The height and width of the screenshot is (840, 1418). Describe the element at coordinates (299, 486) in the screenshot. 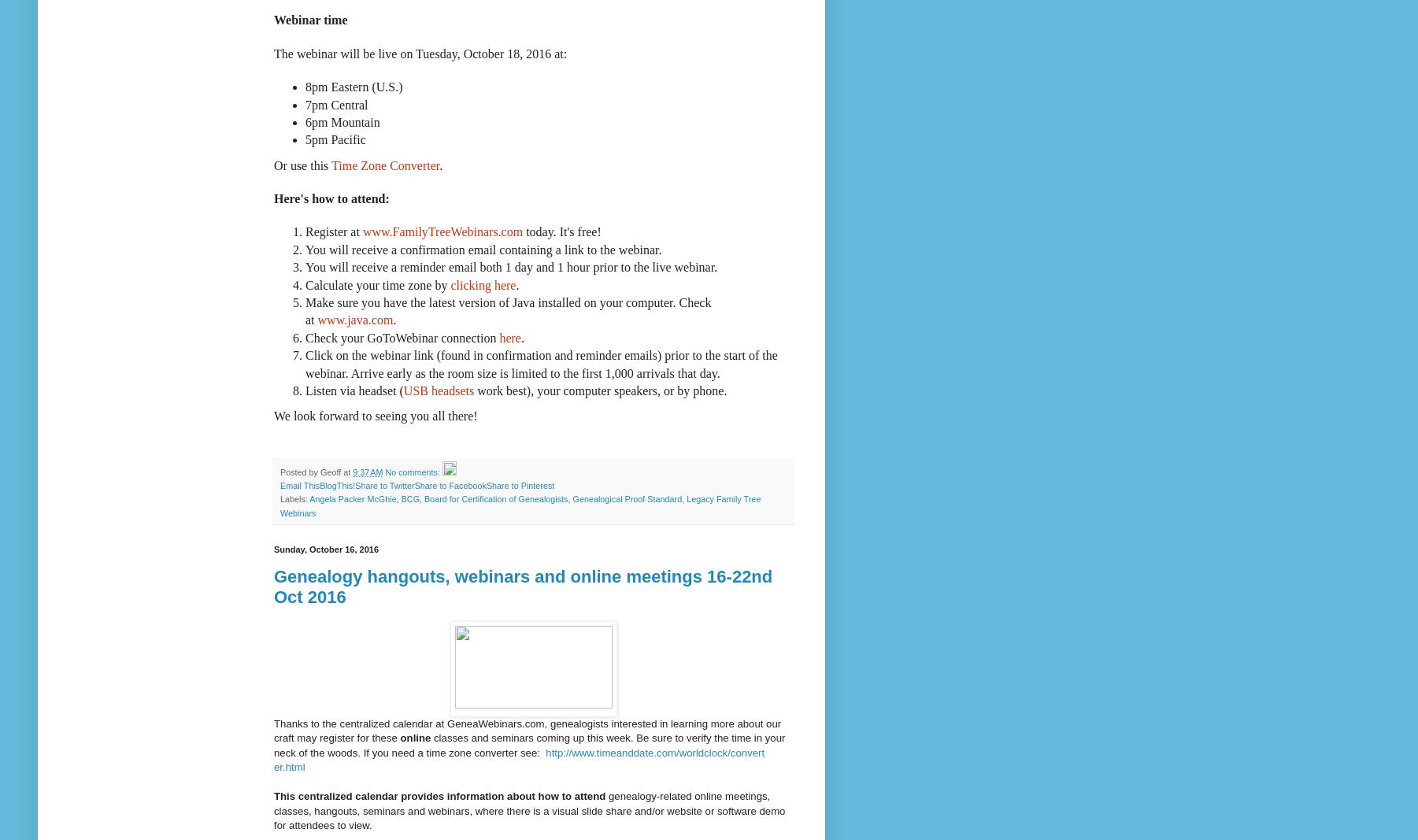

I see `'Email This'` at that location.